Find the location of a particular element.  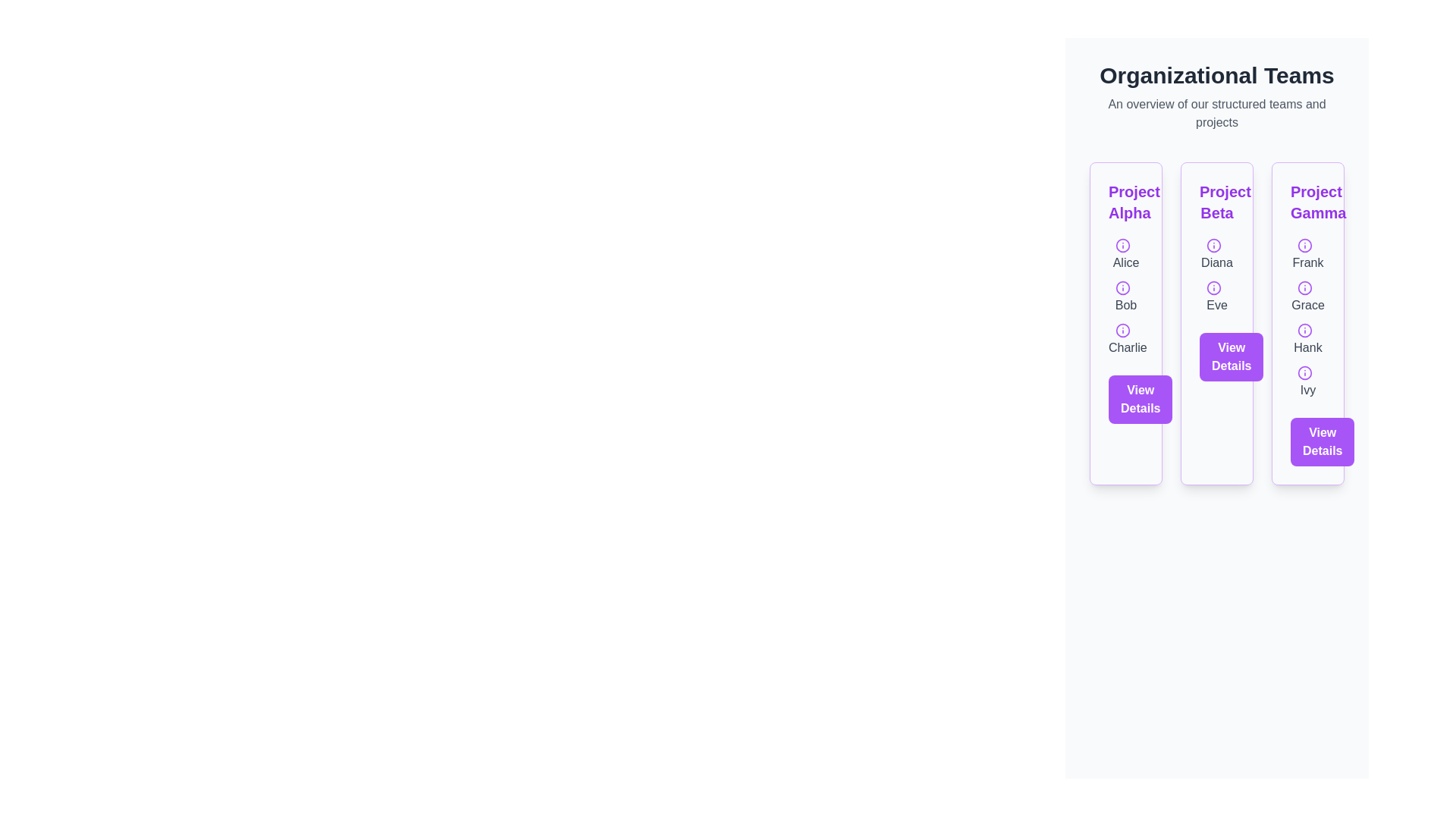

the circular information icon with a purple border located next to the text 'Eve' under the 'Project Beta' column is located at coordinates (1214, 287).